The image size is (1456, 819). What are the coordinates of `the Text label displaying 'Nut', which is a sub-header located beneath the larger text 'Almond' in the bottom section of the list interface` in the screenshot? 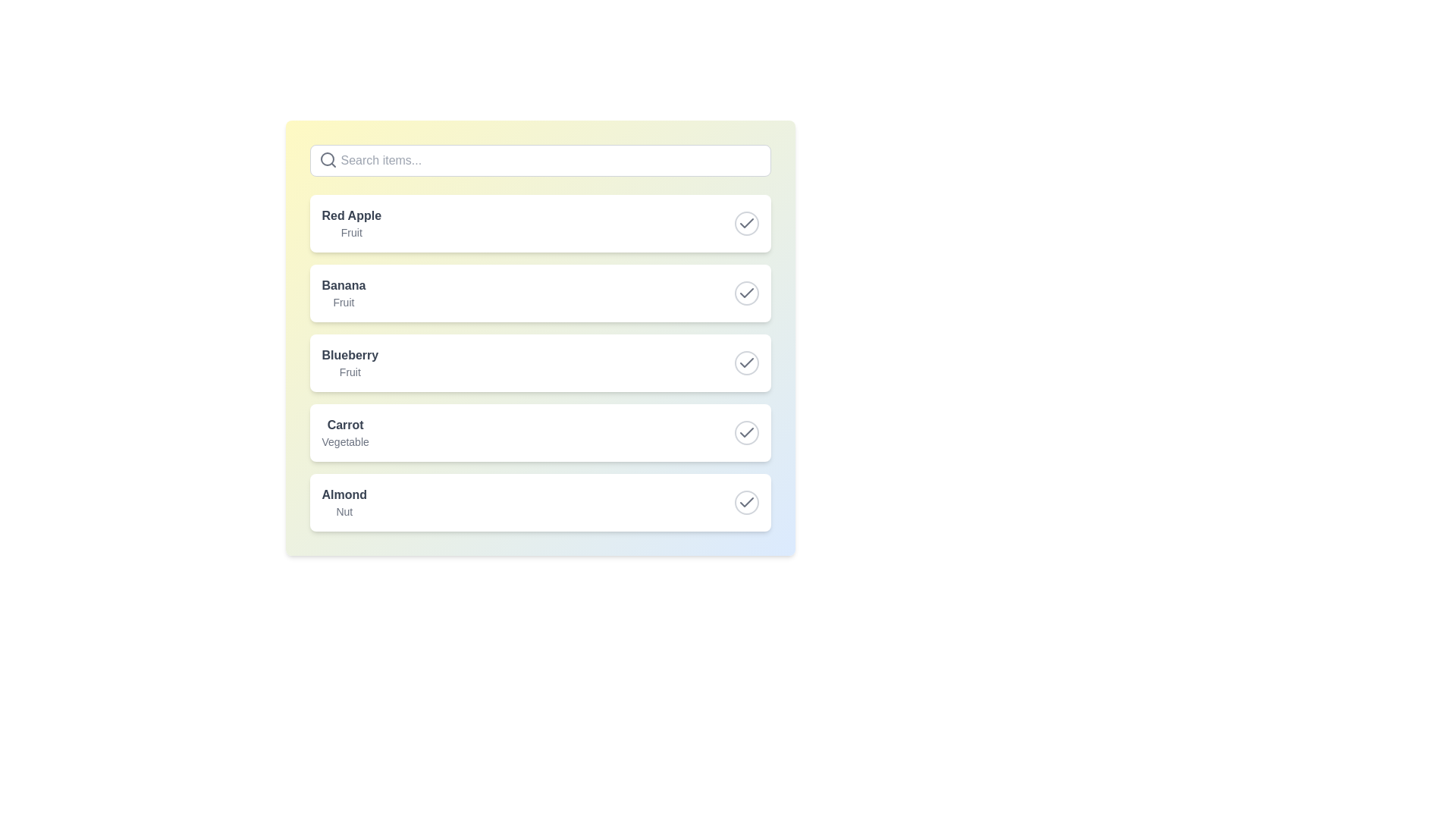 It's located at (344, 512).